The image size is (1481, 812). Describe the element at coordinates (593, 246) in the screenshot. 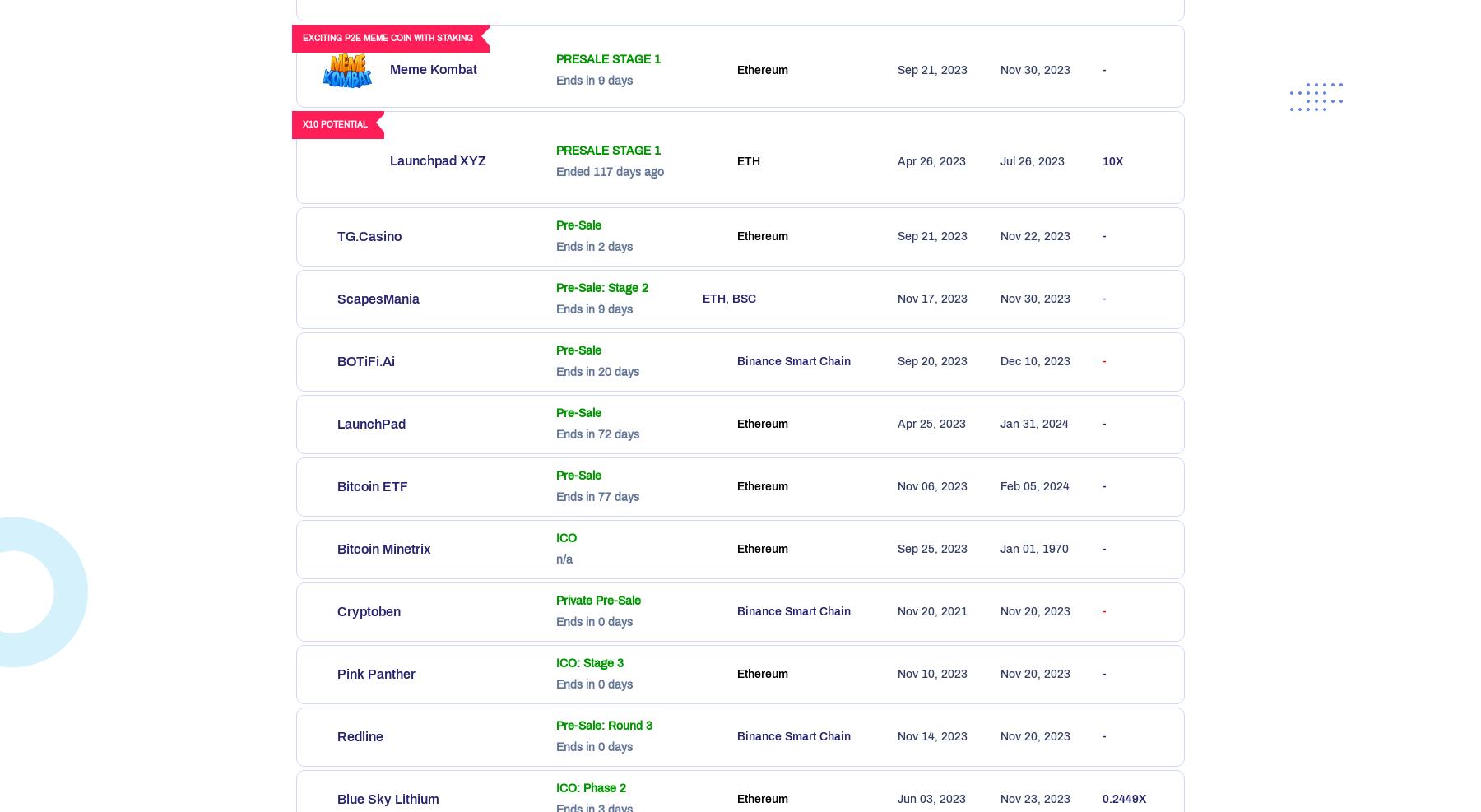

I see `'Ends in 2 days'` at that location.